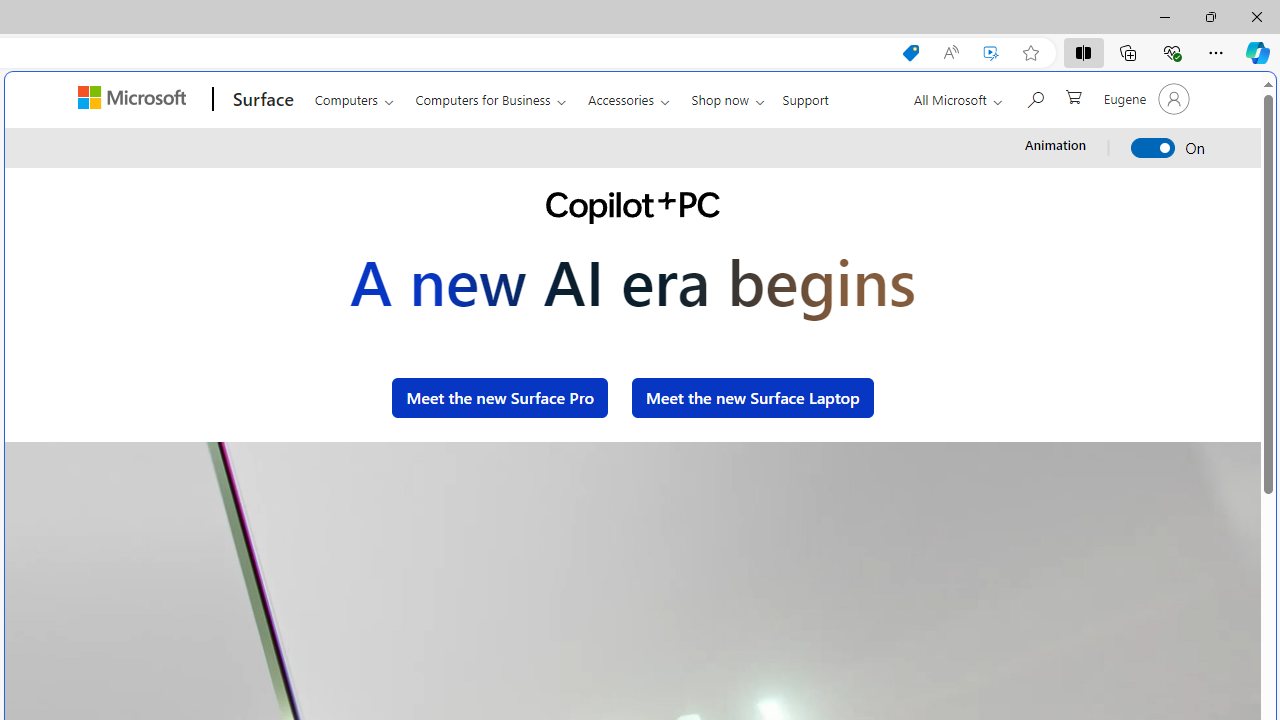 The width and height of the screenshot is (1280, 720). I want to click on '0 items in shopping cart', so click(1072, 95).